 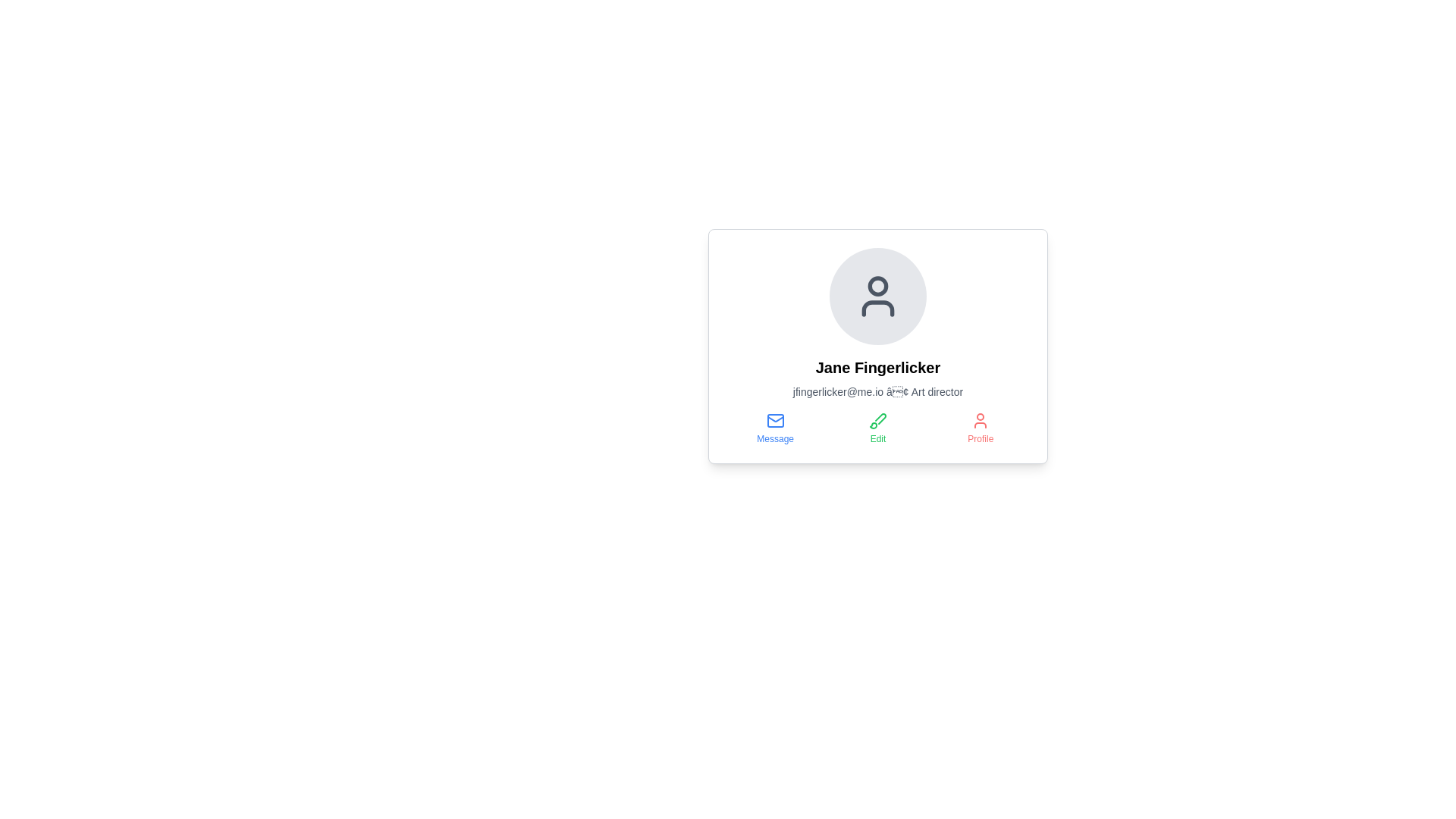 What do you see at coordinates (981, 428) in the screenshot?
I see `the 'Profile' button located on the far-right of the navigation options` at bounding box center [981, 428].